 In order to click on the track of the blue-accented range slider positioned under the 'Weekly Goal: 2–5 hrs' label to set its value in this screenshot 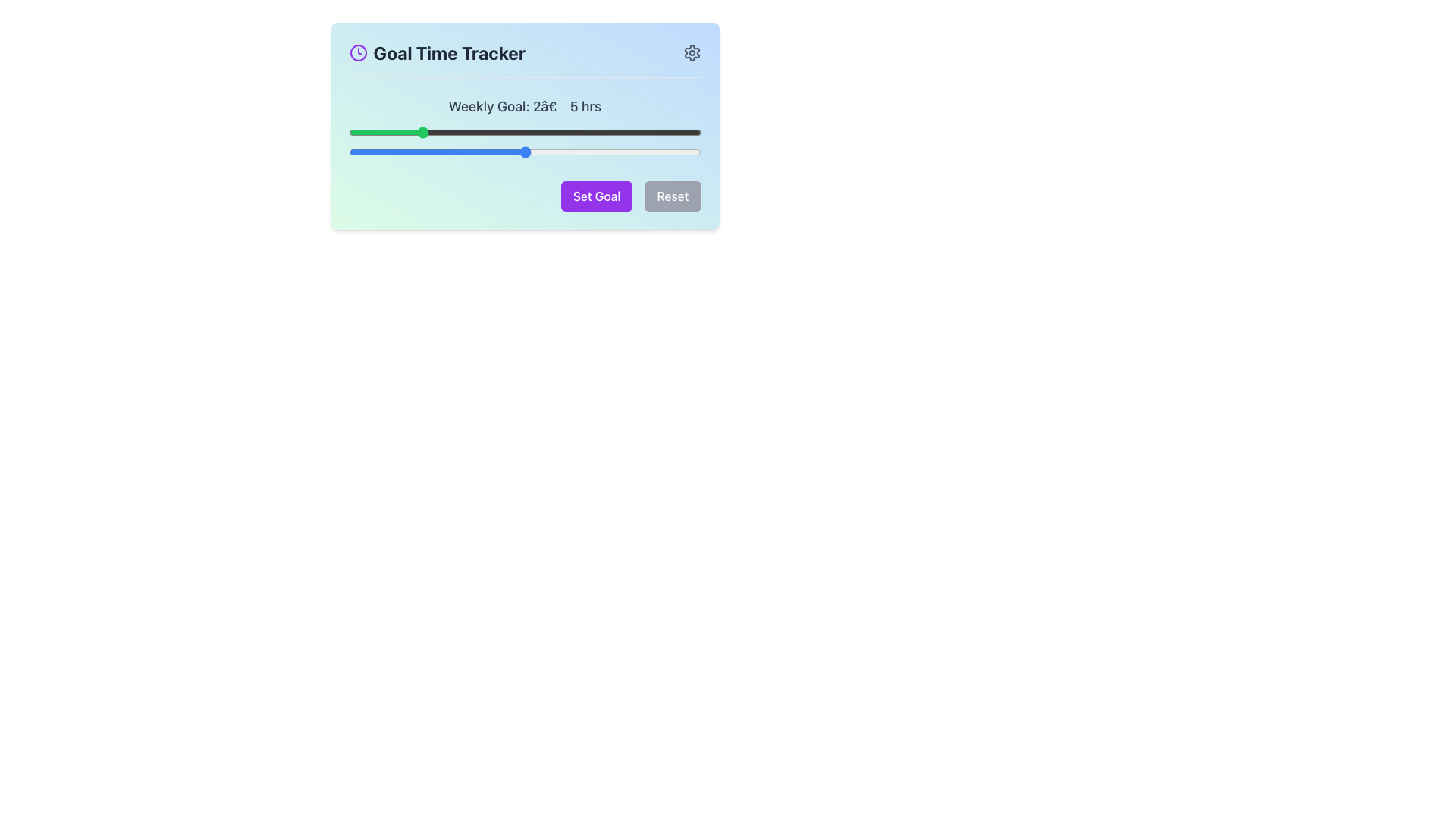, I will do `click(525, 152)`.